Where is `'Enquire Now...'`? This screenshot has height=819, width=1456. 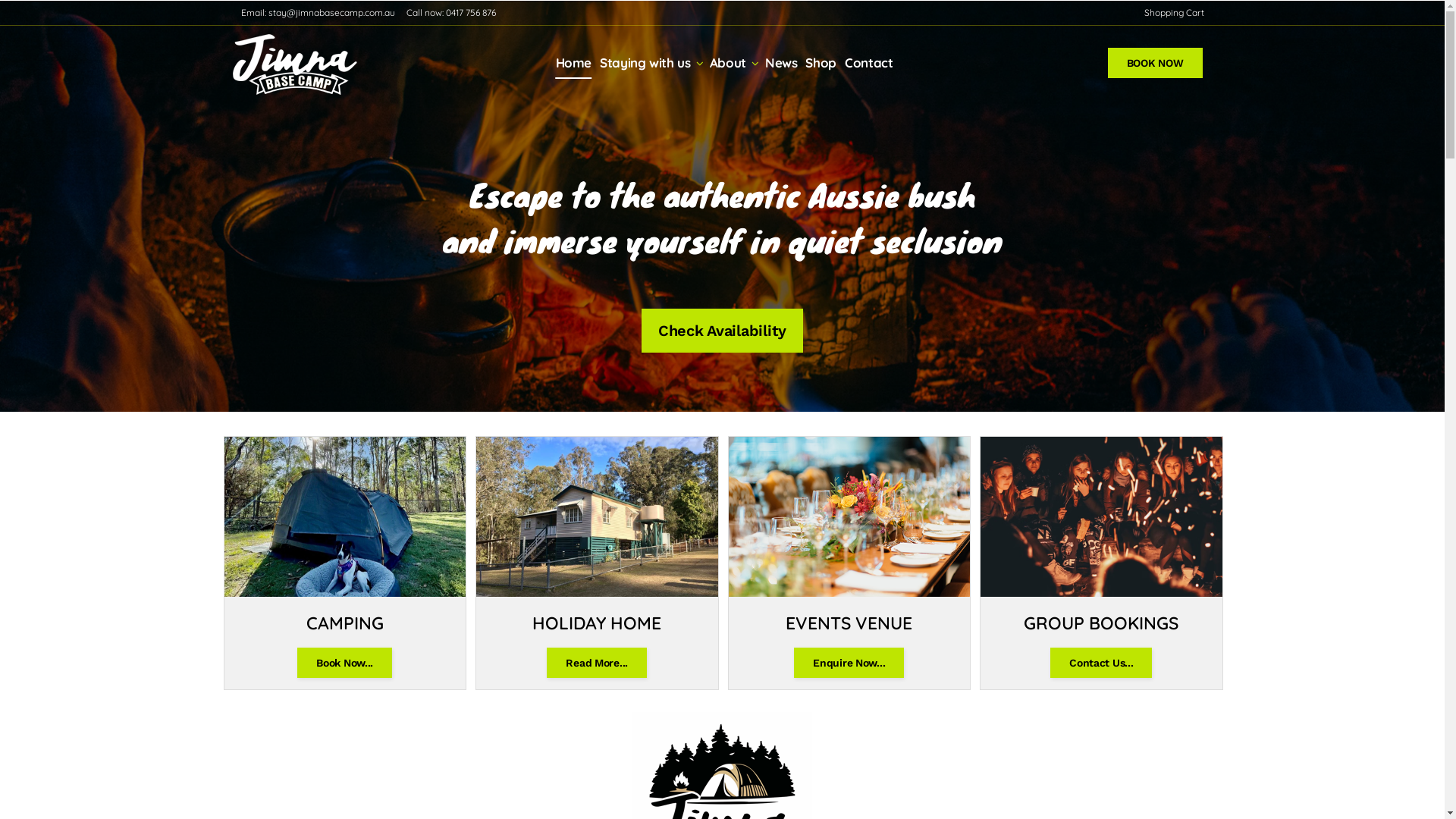
'Enquire Now...' is located at coordinates (792, 662).